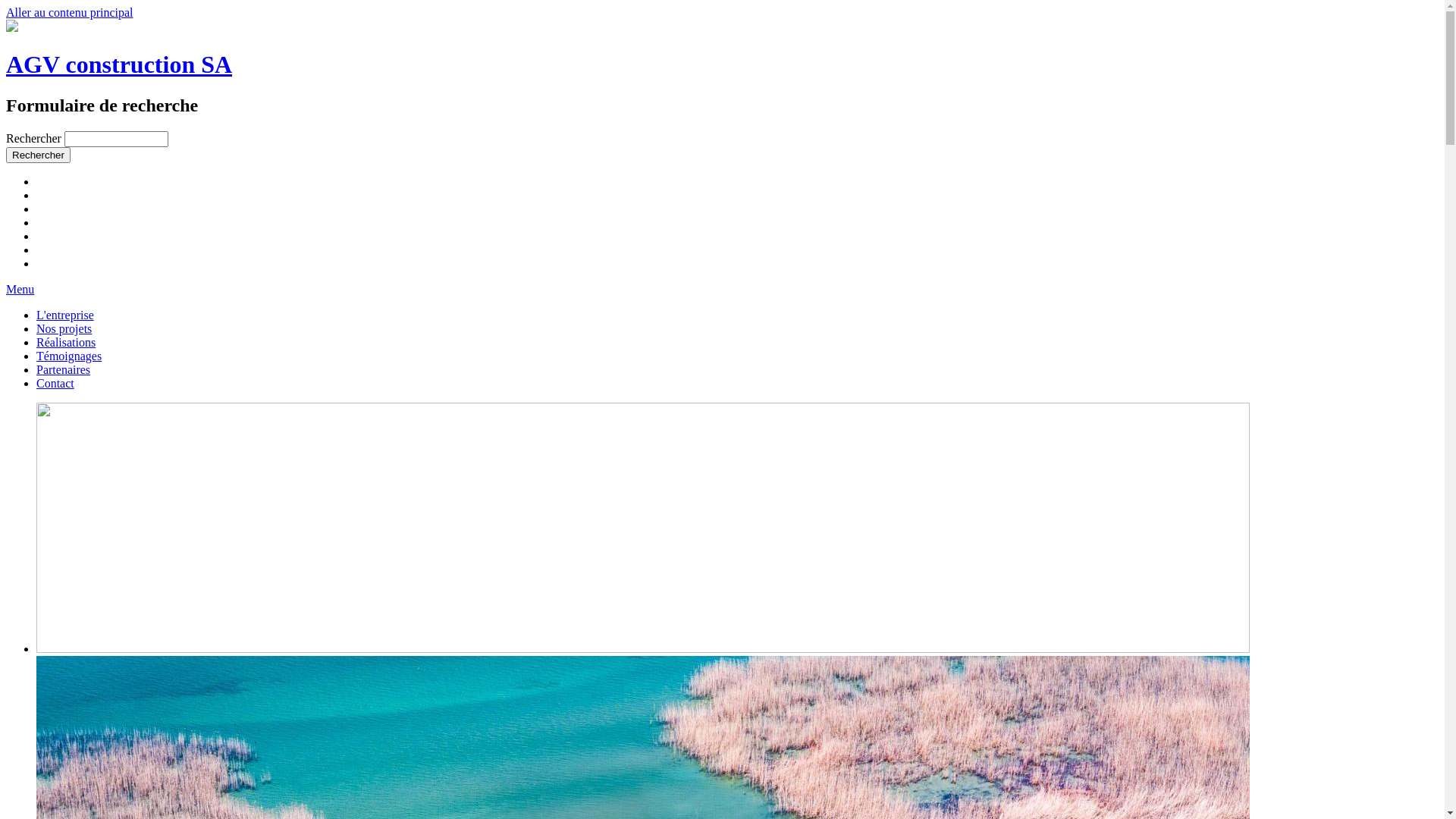 Image resolution: width=1456 pixels, height=819 pixels. I want to click on 'Contact', so click(55, 382).